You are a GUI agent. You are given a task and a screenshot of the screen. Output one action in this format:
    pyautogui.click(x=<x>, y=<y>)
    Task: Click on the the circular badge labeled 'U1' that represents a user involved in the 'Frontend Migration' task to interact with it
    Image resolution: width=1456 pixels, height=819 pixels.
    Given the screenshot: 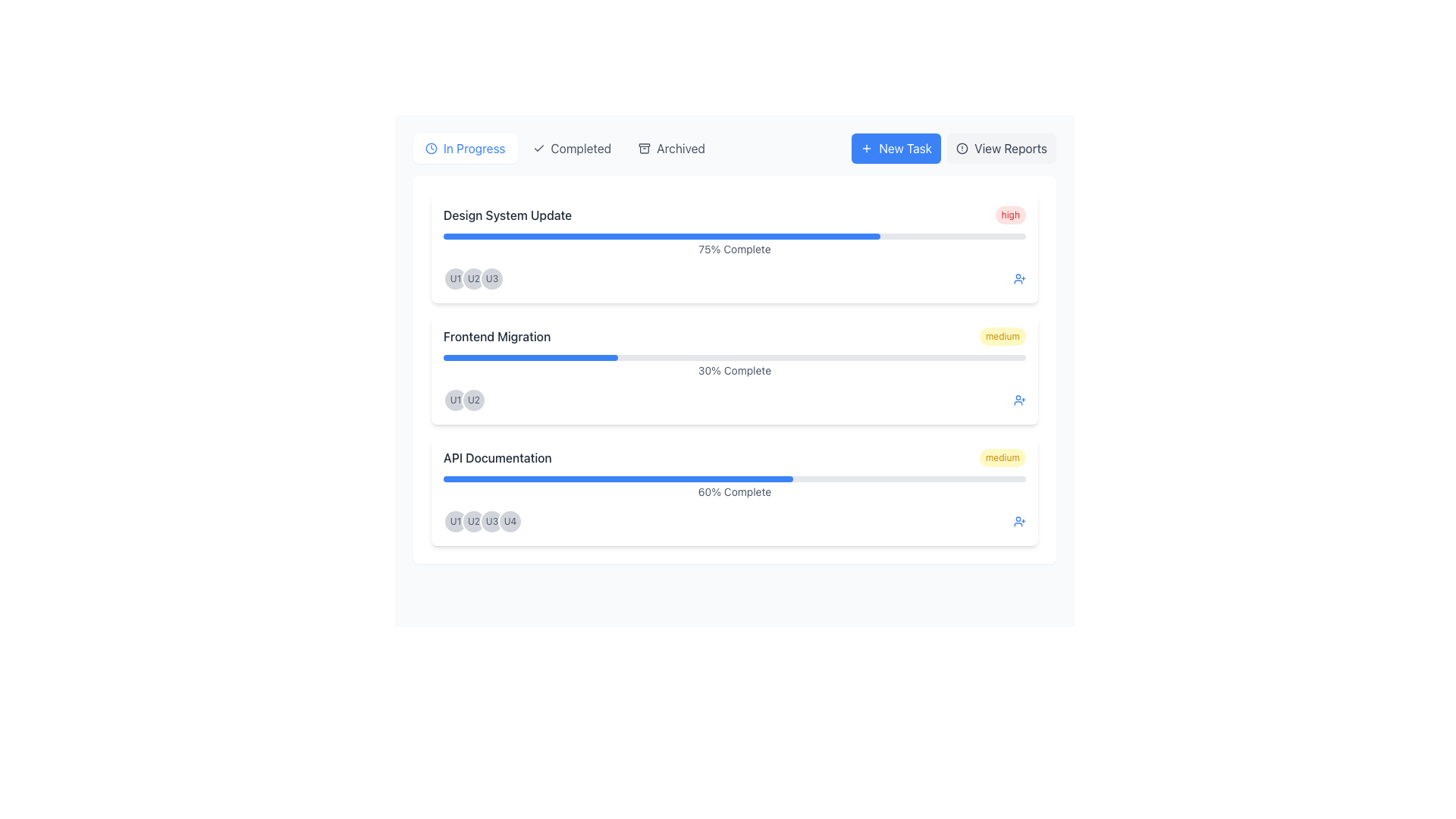 What is the action you would take?
    pyautogui.click(x=454, y=400)
    